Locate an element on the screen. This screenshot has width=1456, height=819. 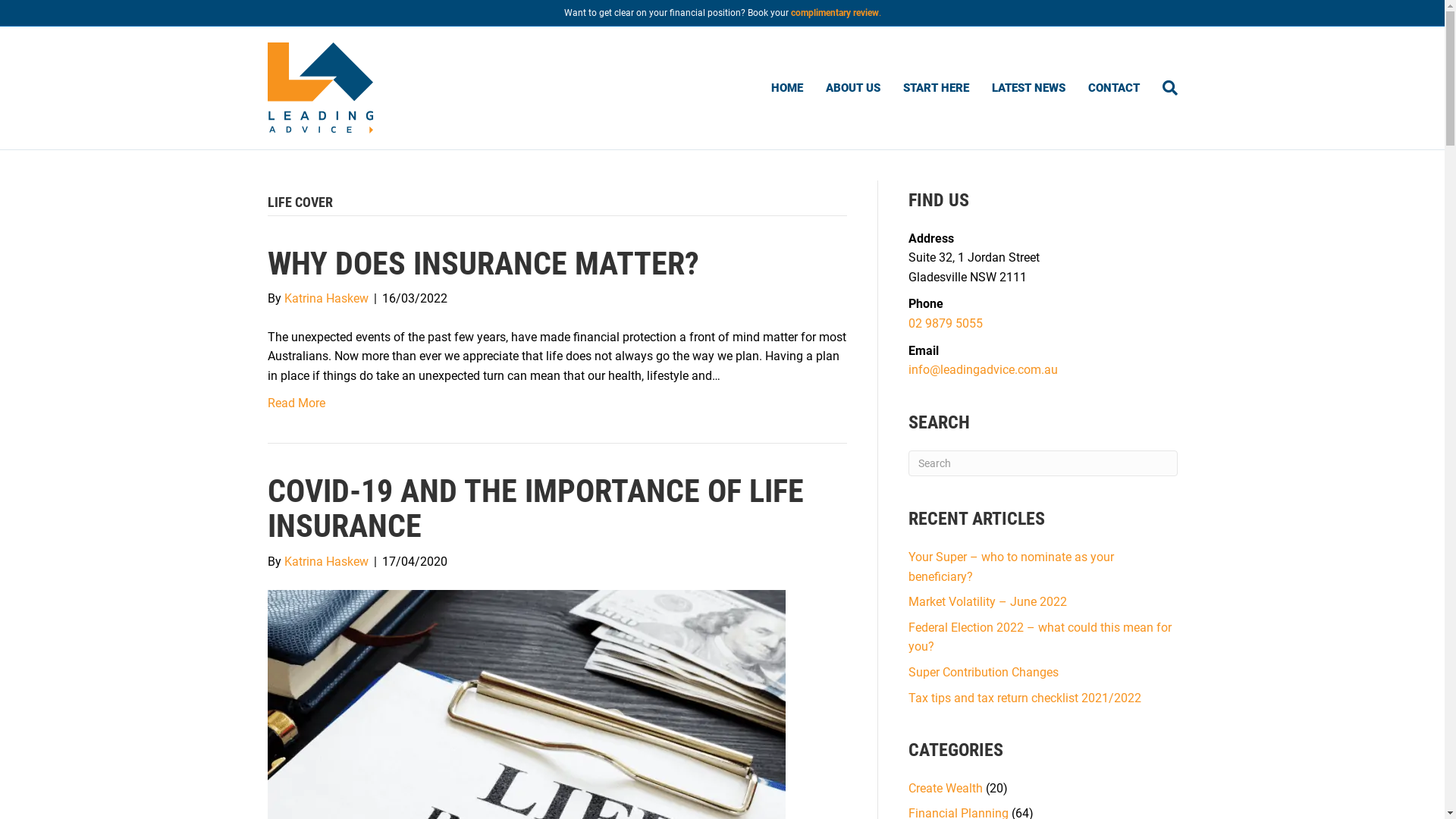
'.' is located at coordinates (879, 12).